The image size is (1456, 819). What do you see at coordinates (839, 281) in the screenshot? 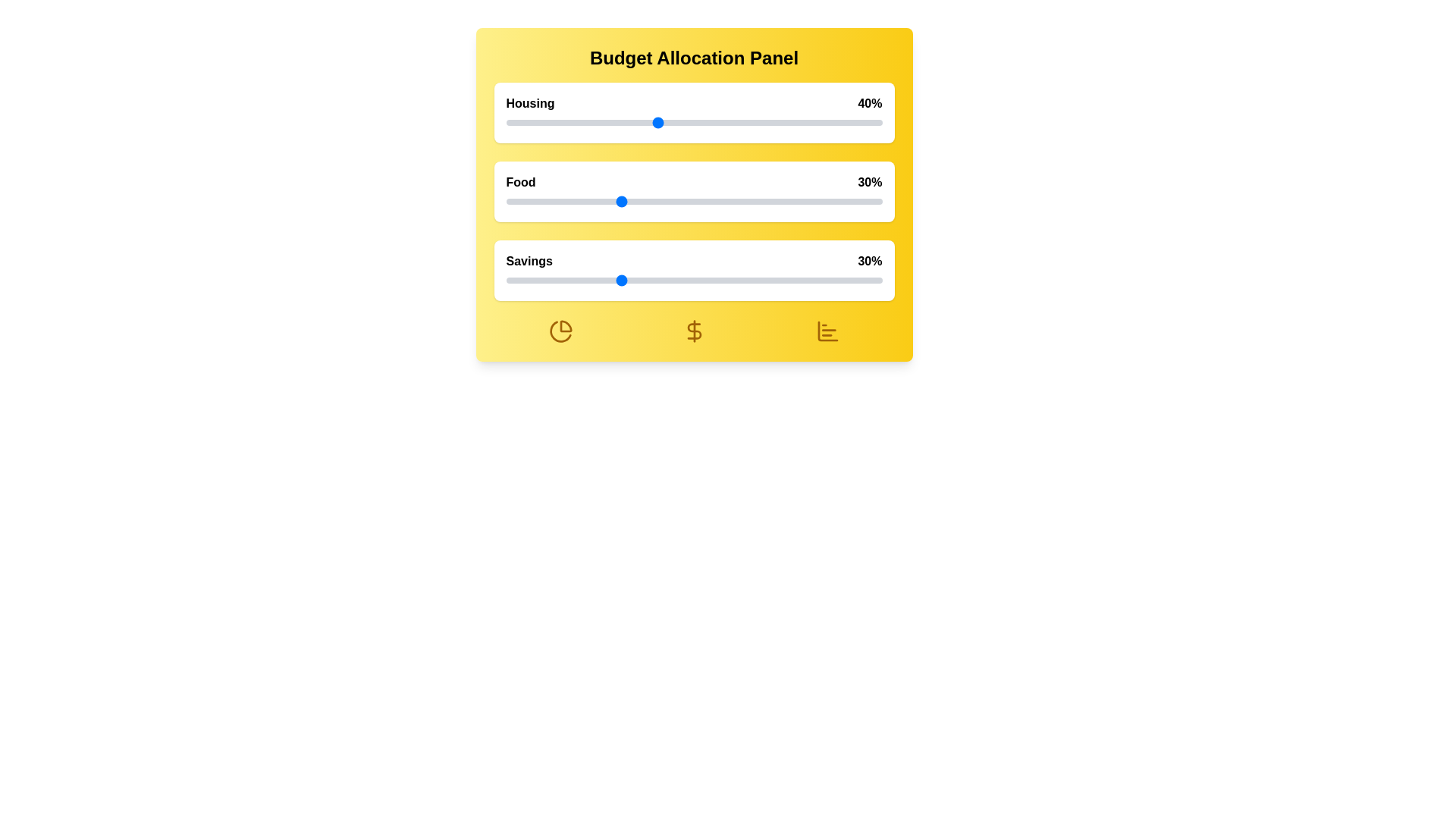
I see `the savings percentage` at bounding box center [839, 281].